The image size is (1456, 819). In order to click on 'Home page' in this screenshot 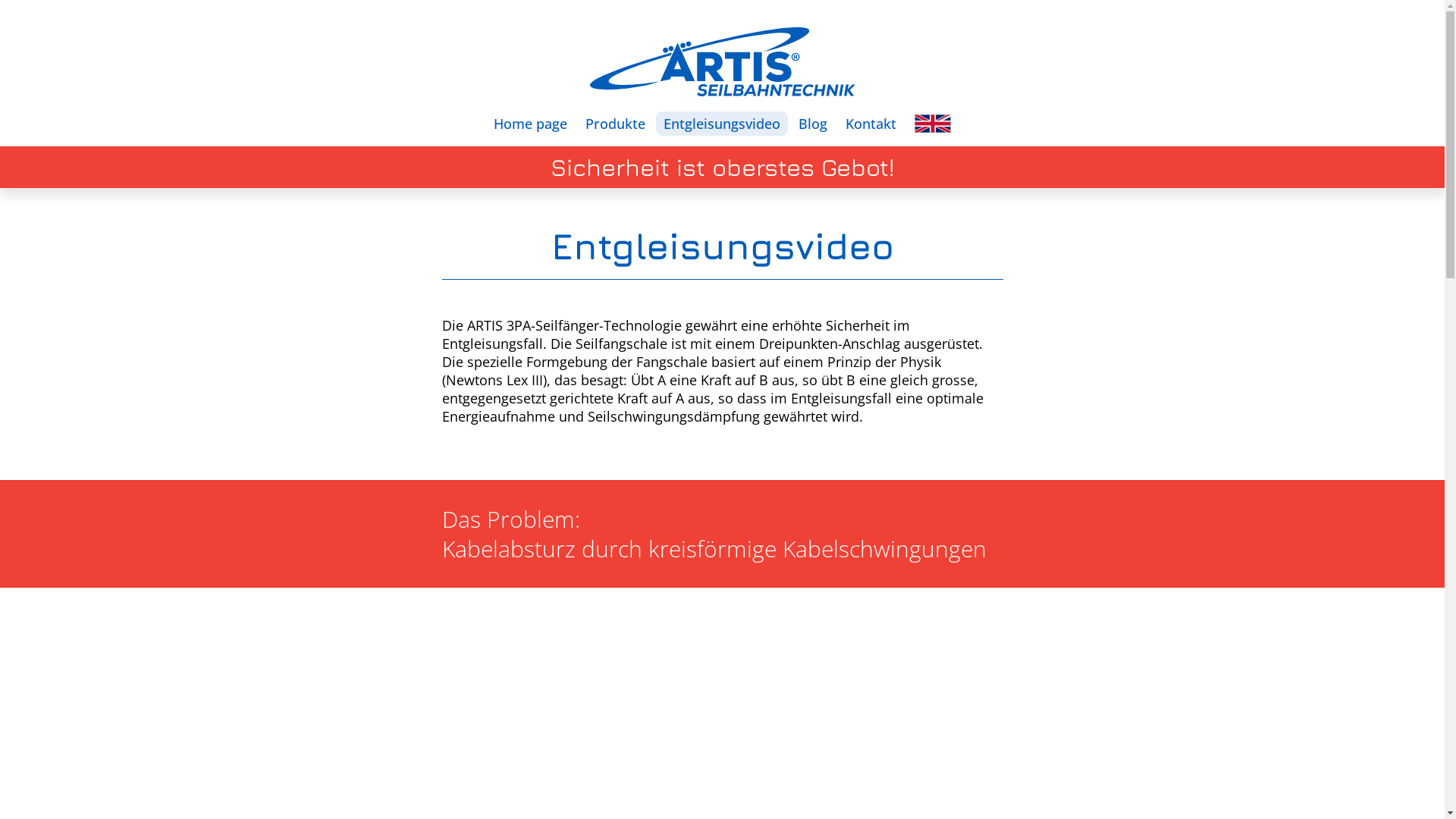, I will do `click(530, 122)`.